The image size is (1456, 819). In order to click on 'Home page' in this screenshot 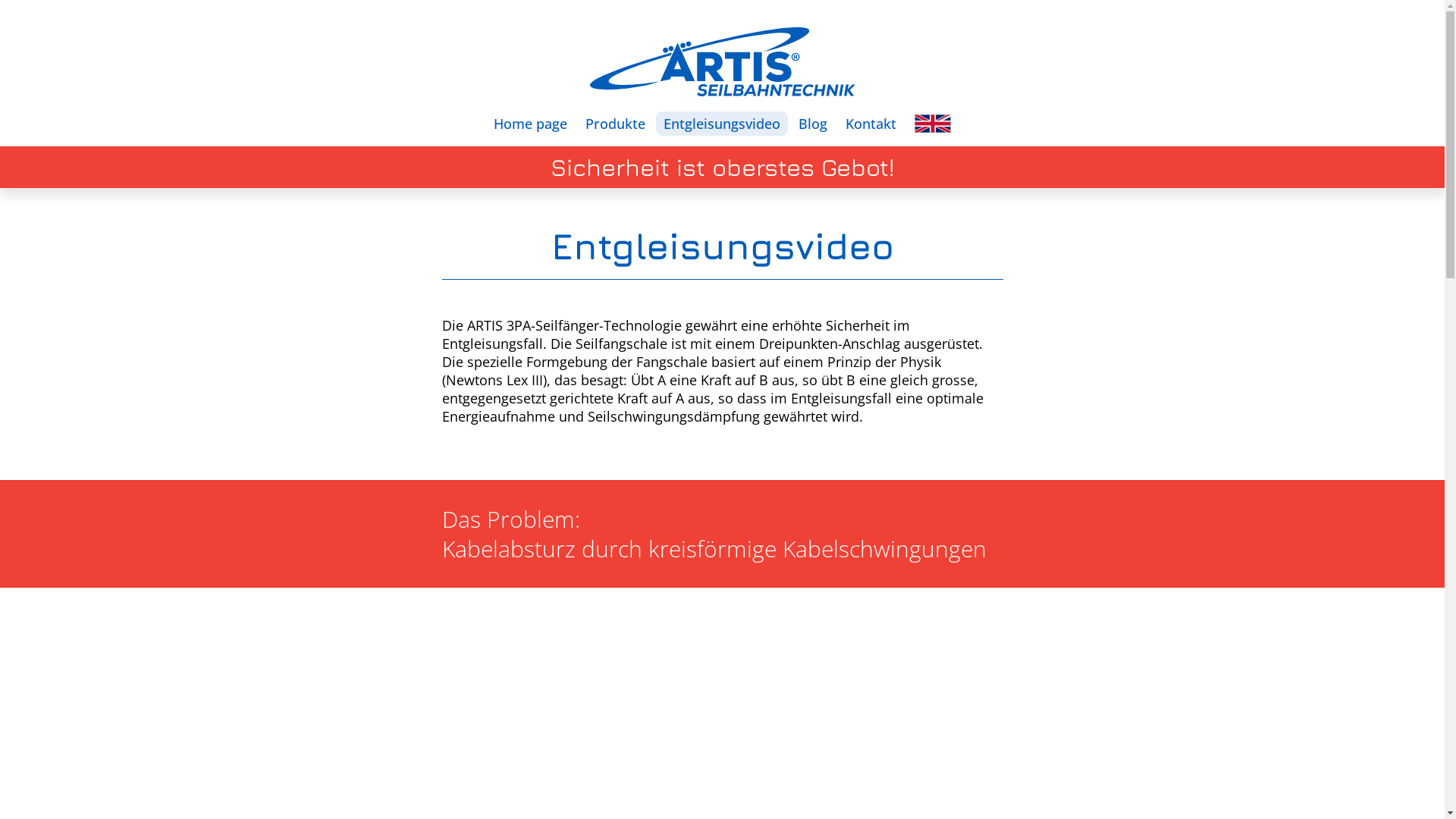, I will do `click(530, 122)`.